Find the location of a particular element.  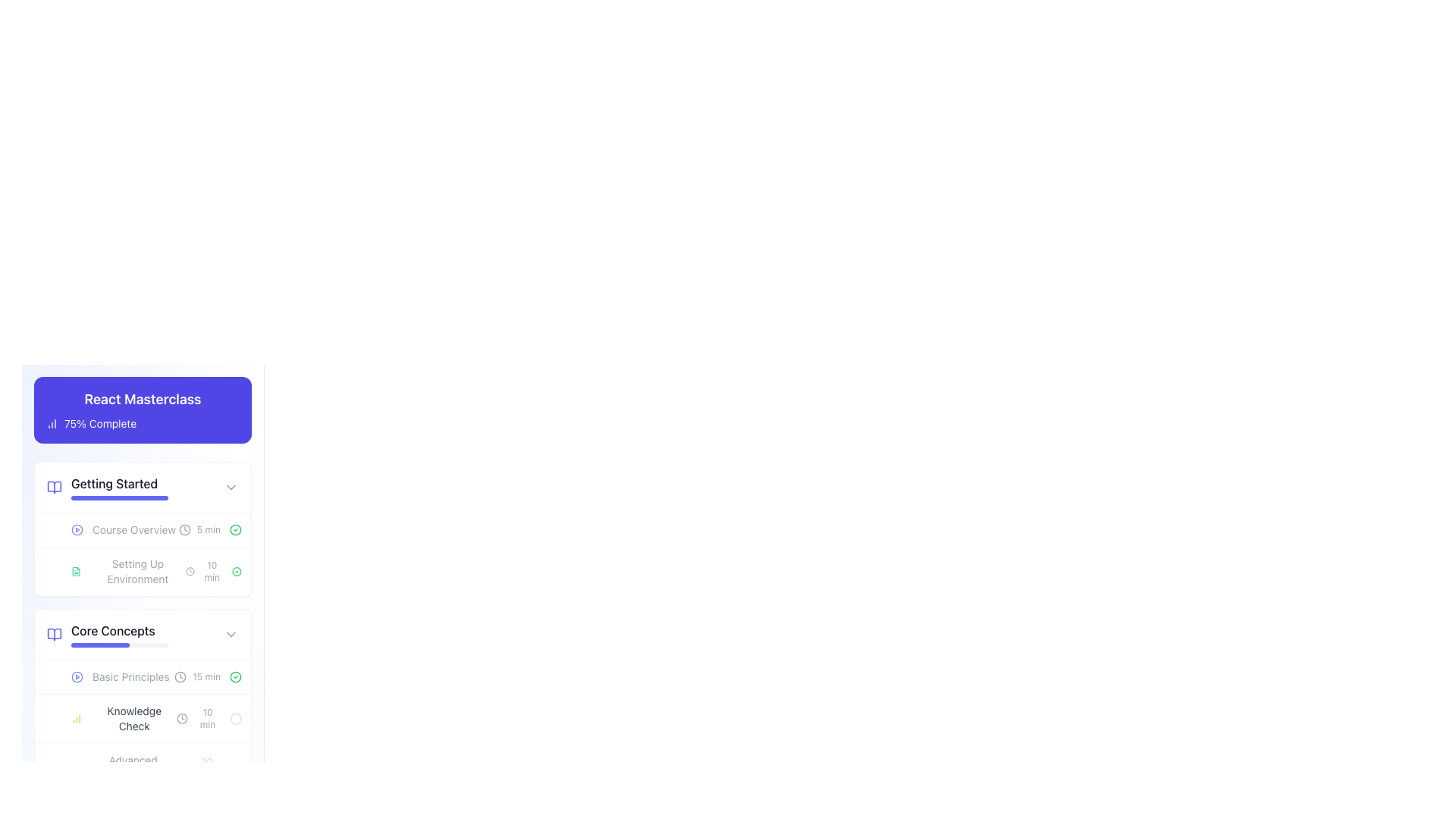

the 'Knowledge Check' text label located in the lower left section under 'Core Concepts' and following 'Basic Principles' is located at coordinates (134, 718).